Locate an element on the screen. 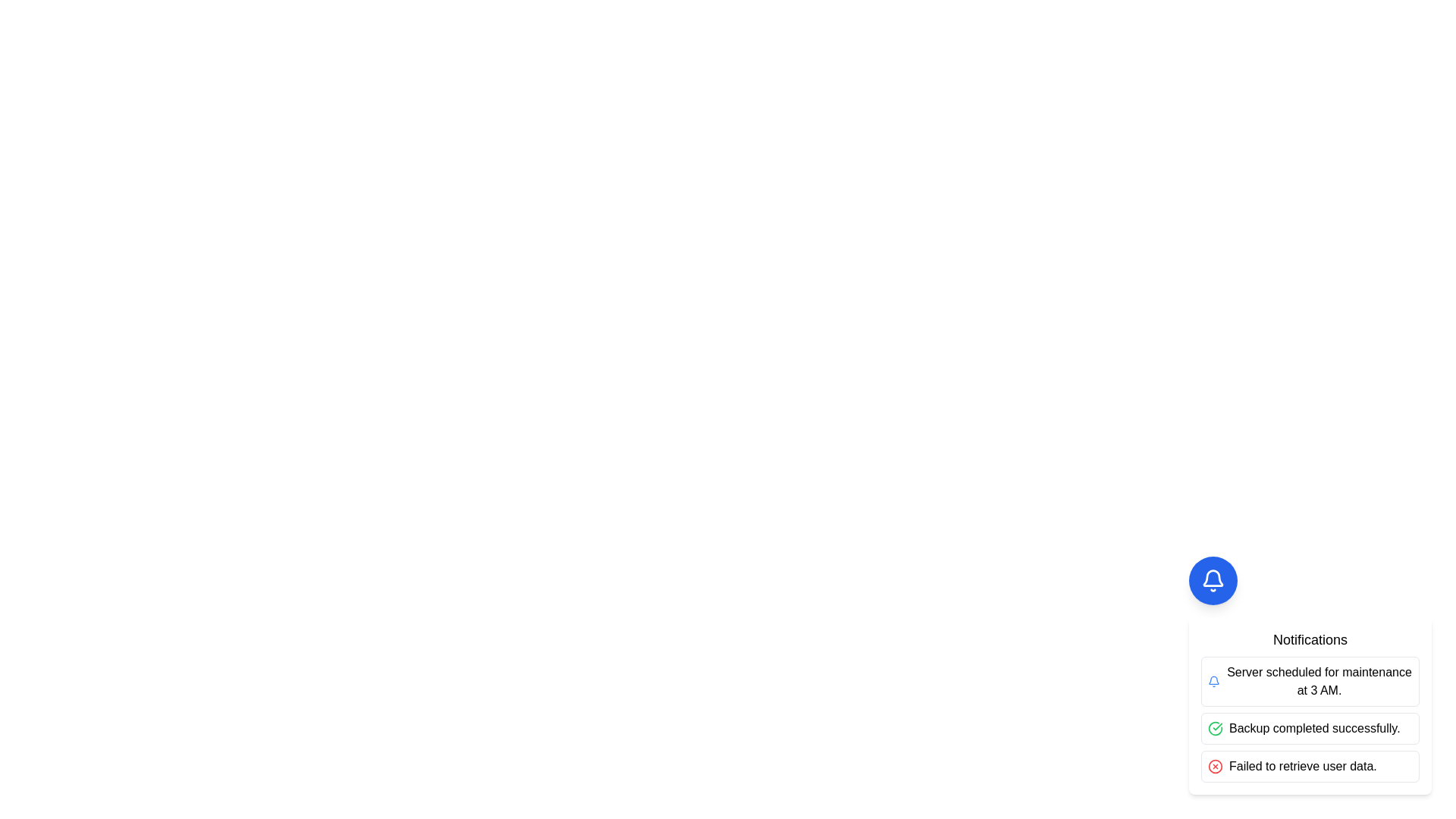 This screenshot has width=1456, height=819. notifications displayed in the main notification panel located at the bottom right corner of the interface is located at coordinates (1310, 675).